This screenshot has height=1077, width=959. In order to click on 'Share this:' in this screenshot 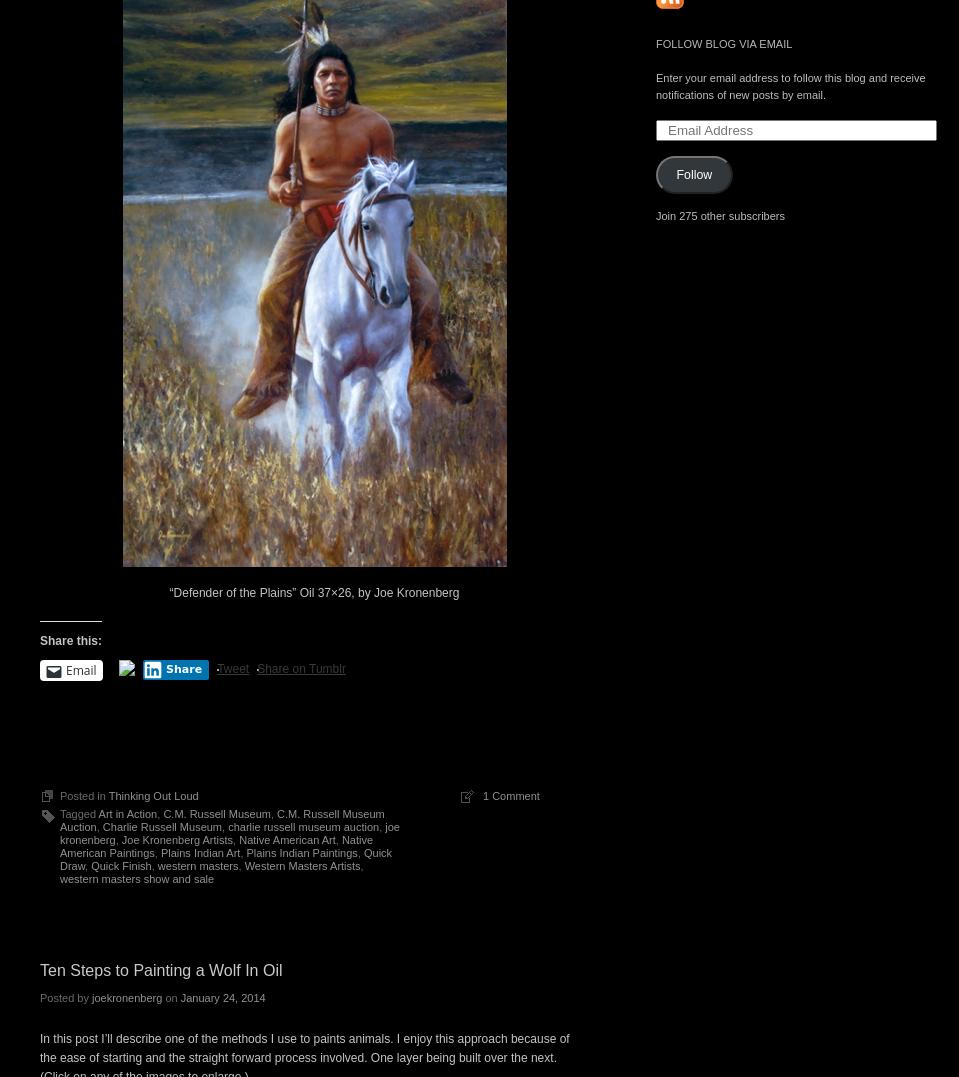, I will do `click(38, 641)`.